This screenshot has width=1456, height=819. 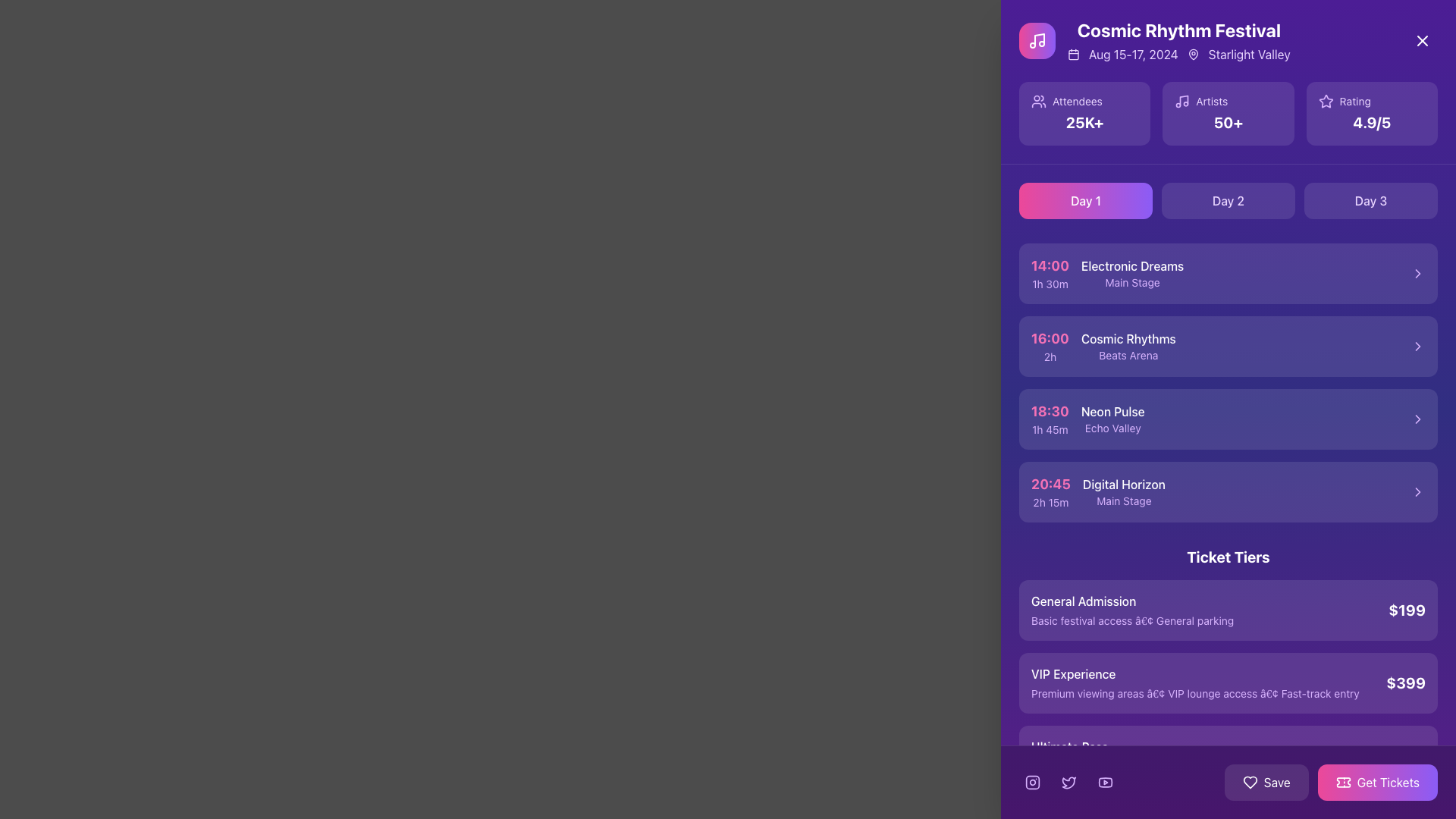 What do you see at coordinates (1132, 265) in the screenshot?
I see `text label displaying the title of the event occurring at 14:00 on Day 1, which is the first event listed in the schedule interface` at bounding box center [1132, 265].